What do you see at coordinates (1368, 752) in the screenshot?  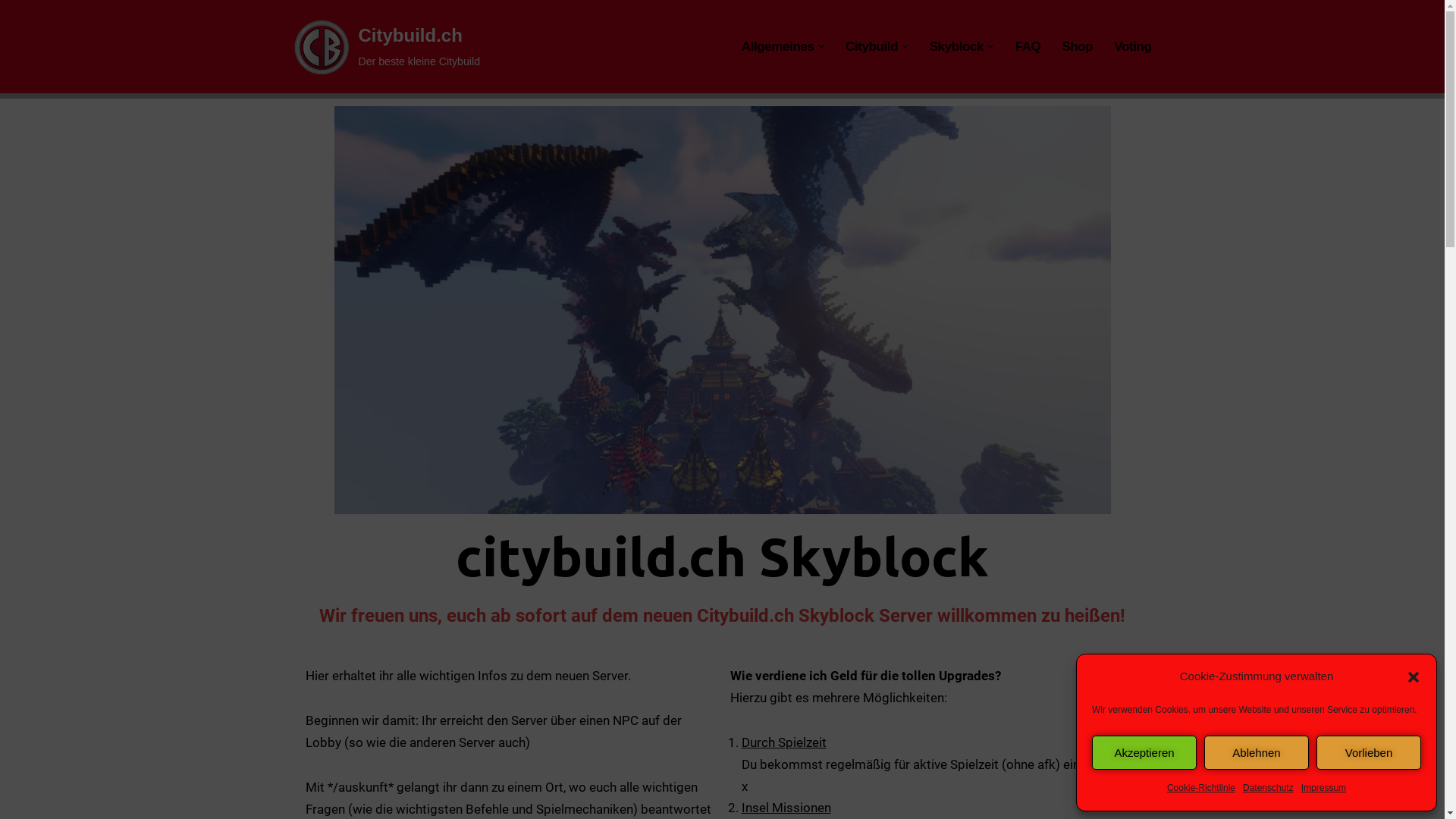 I see `'Vorlieben'` at bounding box center [1368, 752].